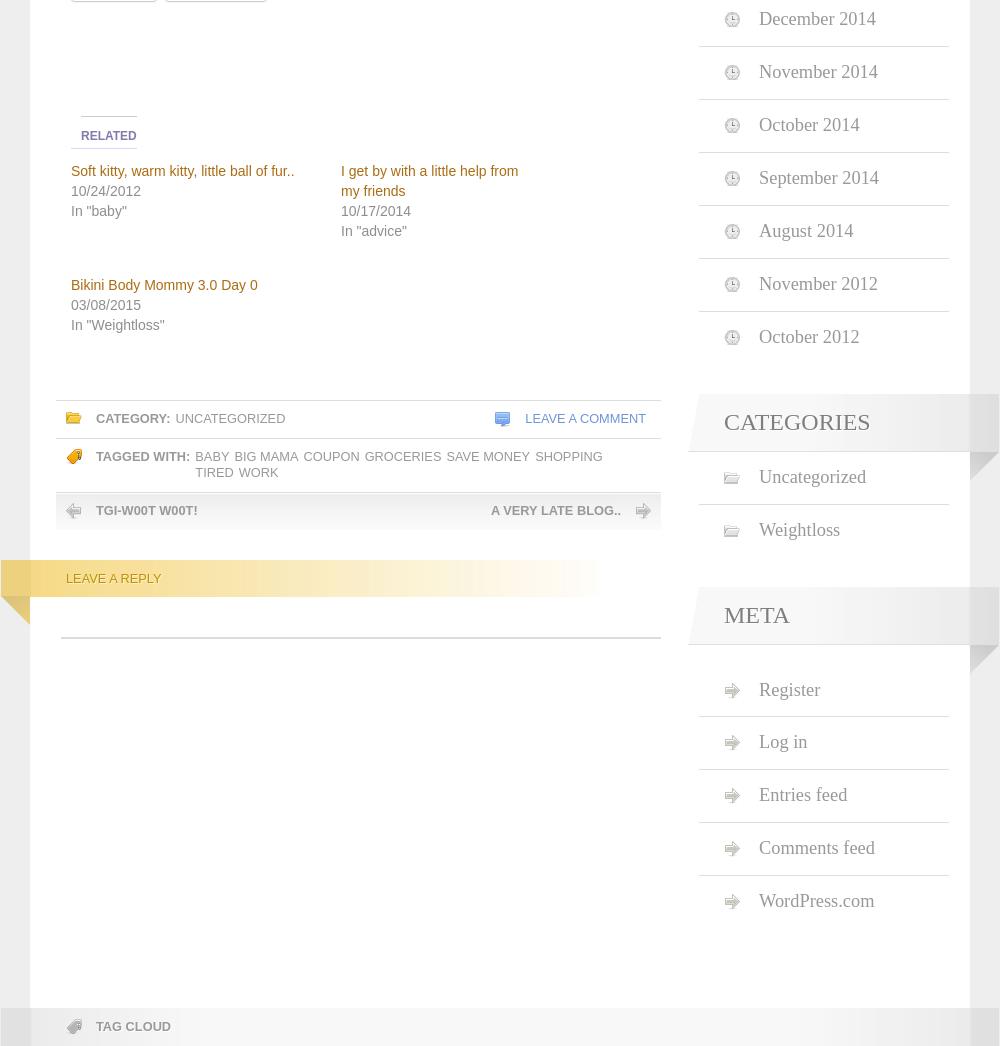 Image resolution: width=1000 pixels, height=1046 pixels. I want to click on 'Log in', so click(759, 741).